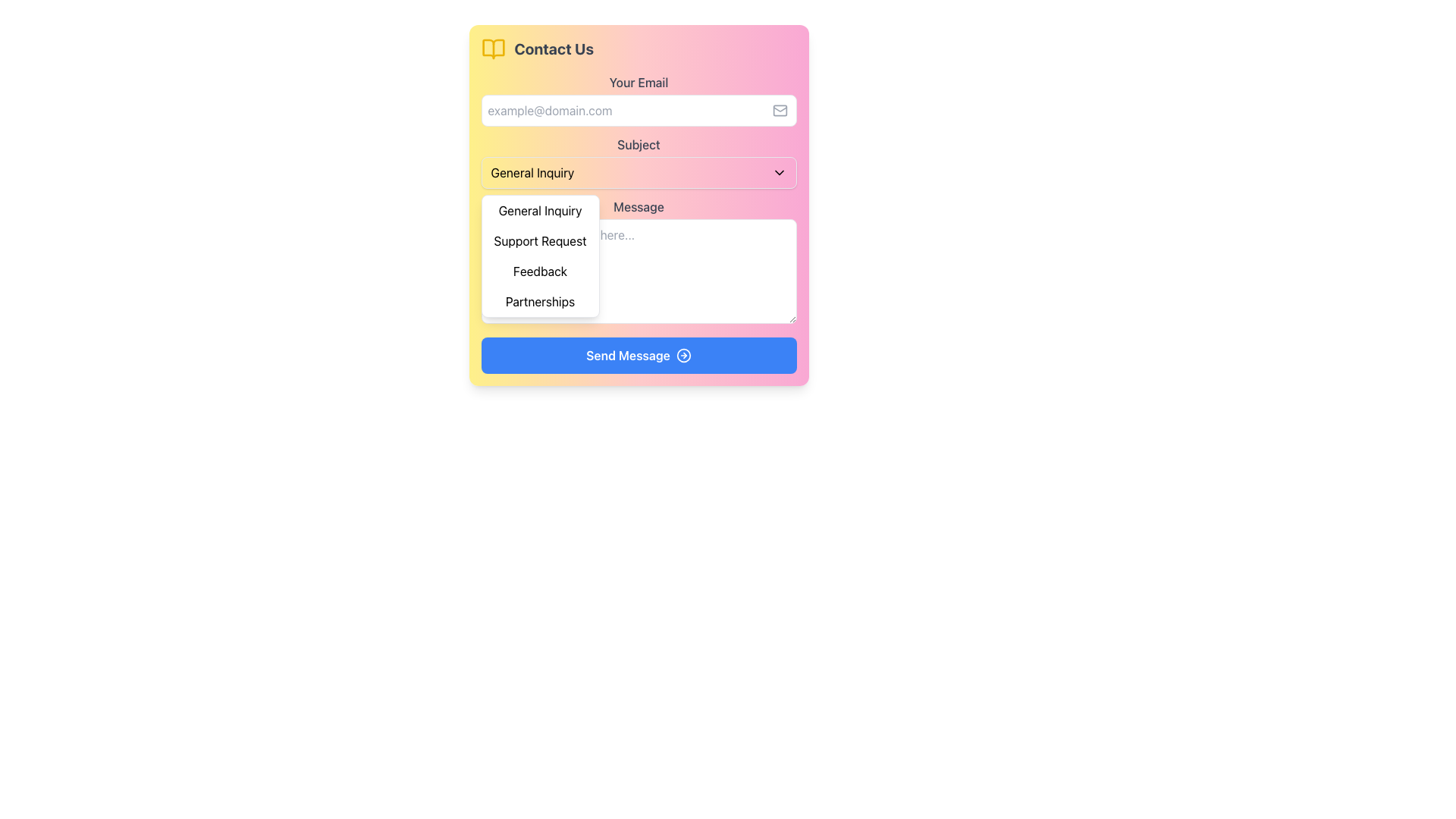  What do you see at coordinates (780, 110) in the screenshot?
I see `the email input field icon, which is located inside the 'Your Email' input field near the right-hand edge, vertically centered and slightly offset to the right` at bounding box center [780, 110].